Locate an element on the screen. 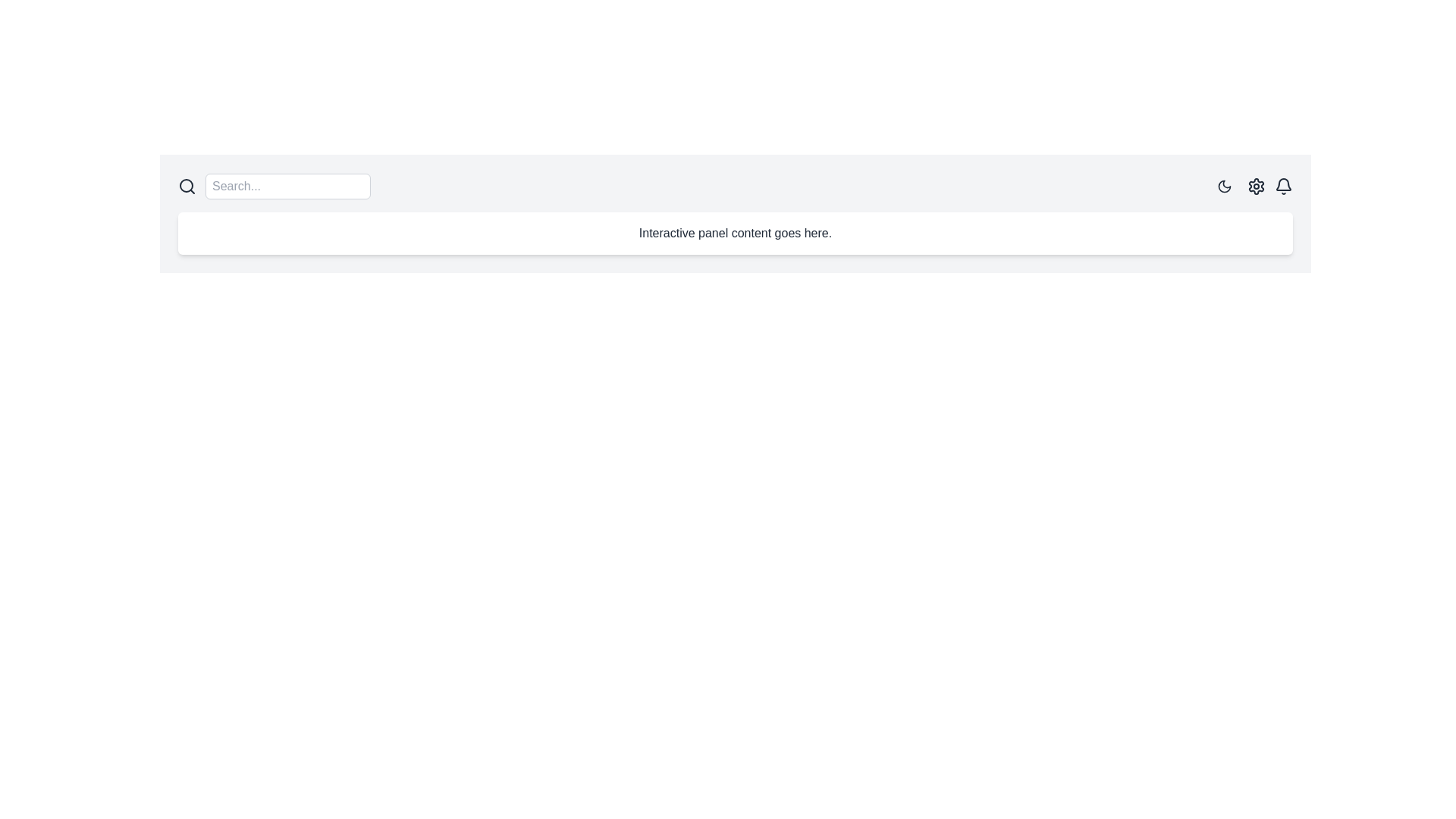 The height and width of the screenshot is (819, 1456). the cogwheel-shaped IconButton, which is the second icon from the left in the top-right corner icon group is located at coordinates (1252, 186).